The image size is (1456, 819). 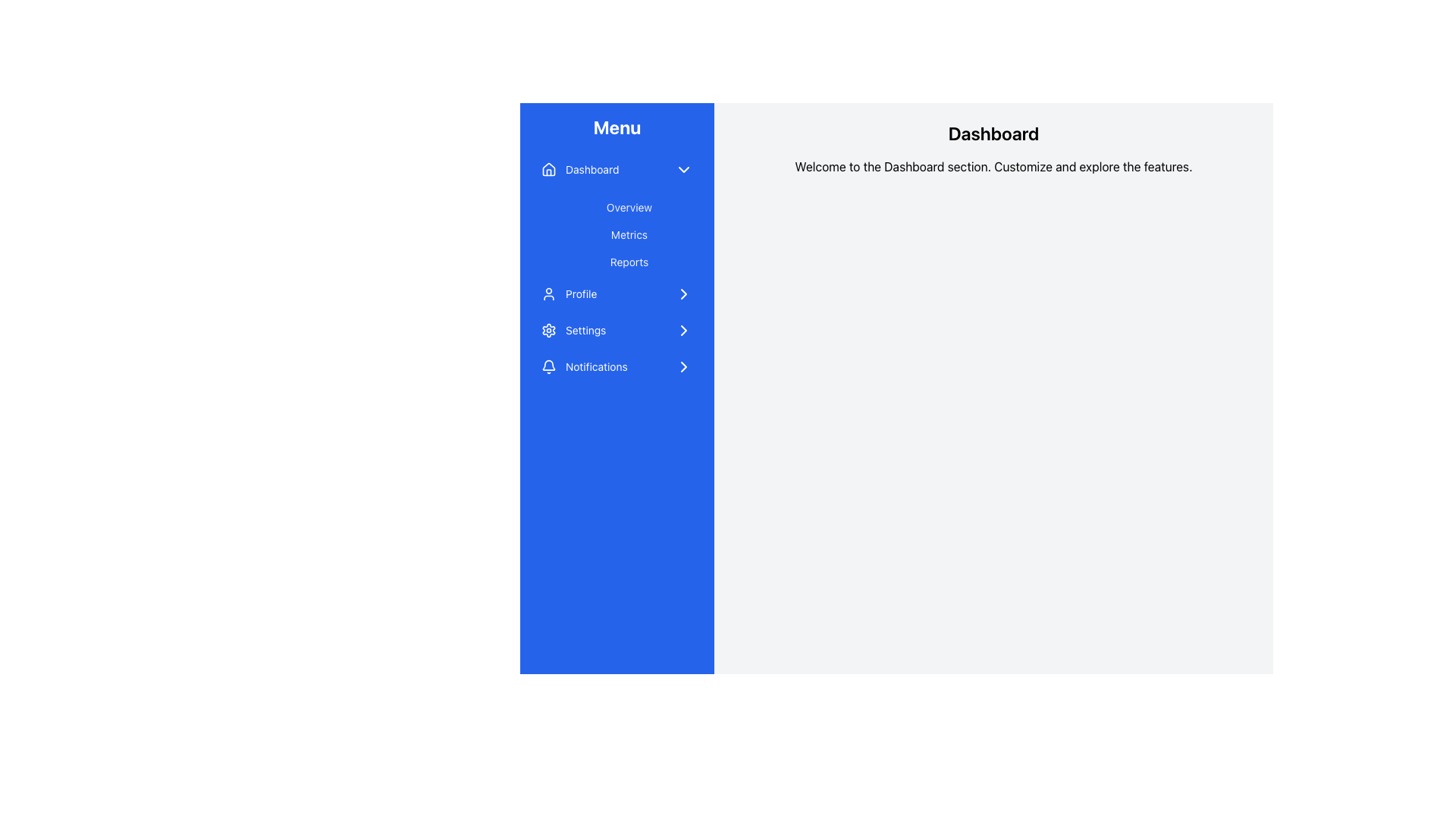 What do you see at coordinates (629, 207) in the screenshot?
I see `the 'Overview' button located in the vertical menu on the left side, which is the first button under the 'Dashboard' section, to change its background and text color` at bounding box center [629, 207].